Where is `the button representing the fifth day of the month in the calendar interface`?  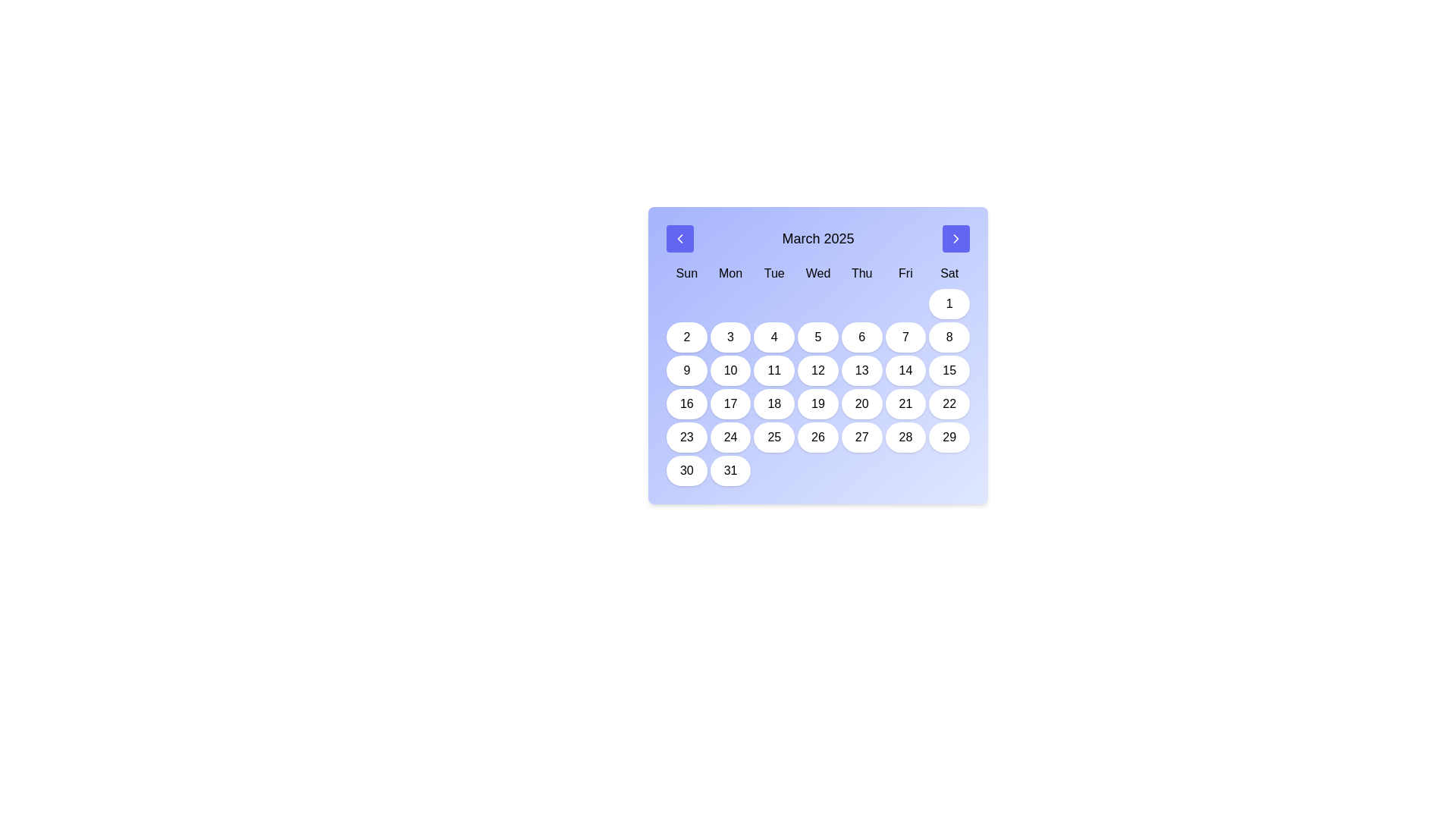
the button representing the fifth day of the month in the calendar interface is located at coordinates (817, 336).